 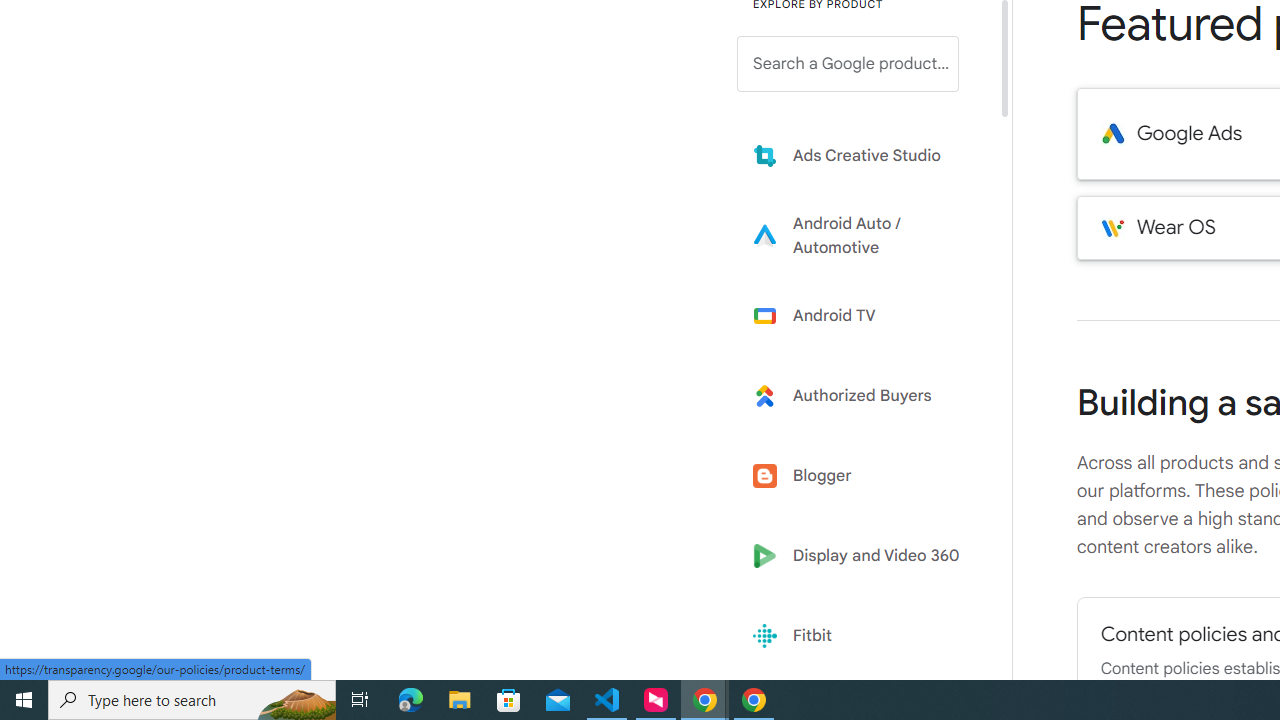 What do you see at coordinates (862, 636) in the screenshot?
I see `'Fitbit'` at bounding box center [862, 636].